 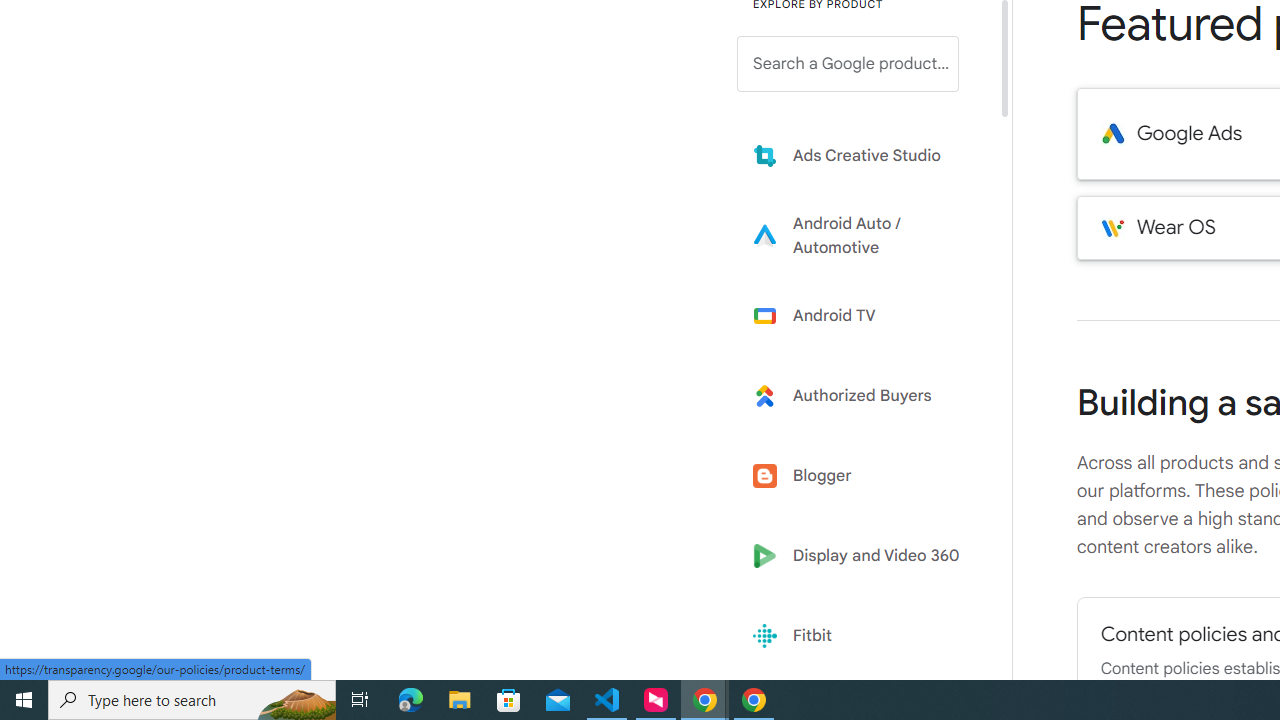 What do you see at coordinates (862, 636) in the screenshot?
I see `'Fitbit'` at bounding box center [862, 636].